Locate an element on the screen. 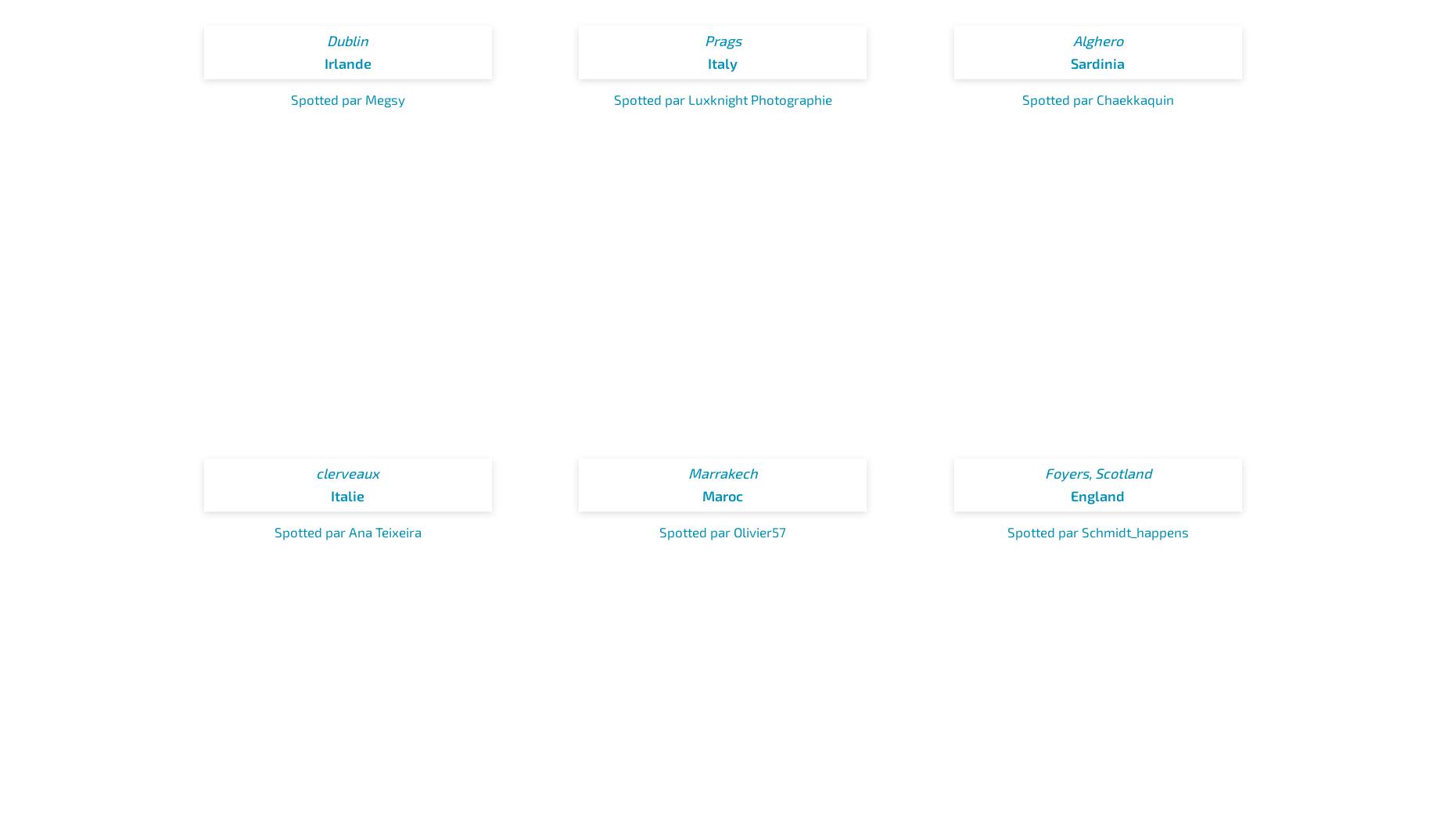 This screenshot has height=840, width=1447. 'clerveaux' is located at coordinates (346, 472).